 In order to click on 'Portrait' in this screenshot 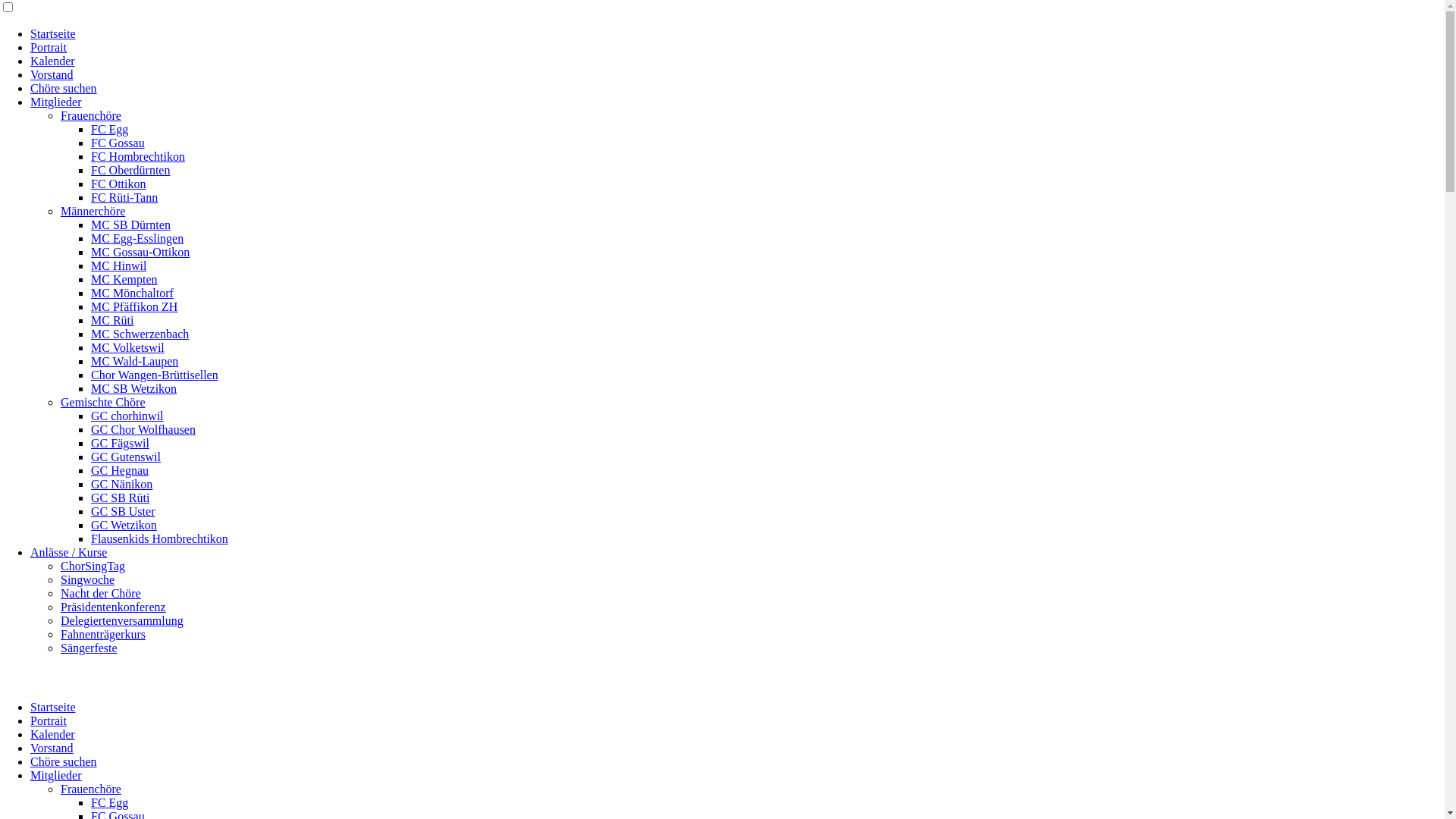, I will do `click(48, 46)`.